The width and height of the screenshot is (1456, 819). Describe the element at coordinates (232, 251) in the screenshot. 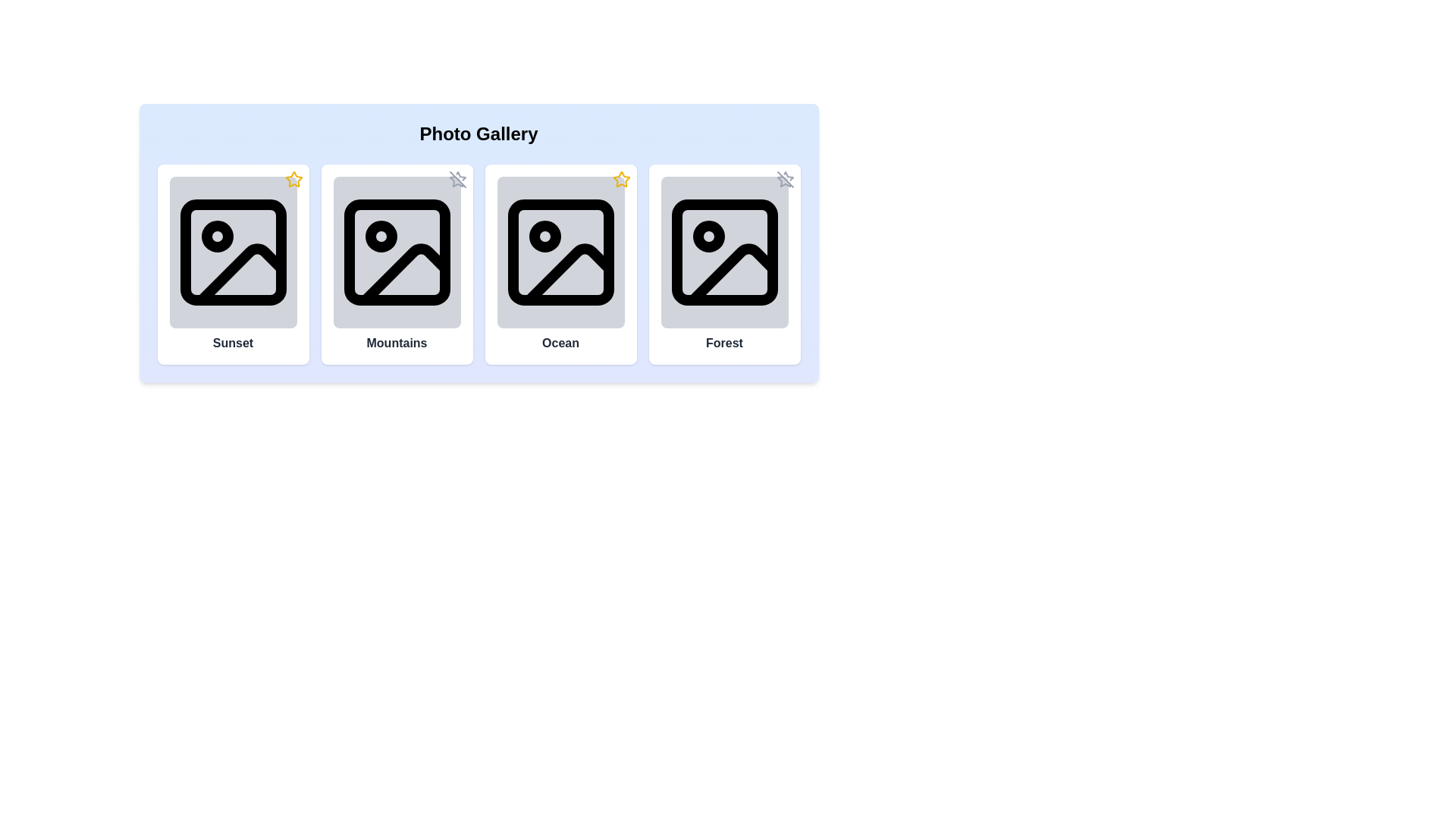

I see `the photo titled Sunset to view and focus on it` at that location.